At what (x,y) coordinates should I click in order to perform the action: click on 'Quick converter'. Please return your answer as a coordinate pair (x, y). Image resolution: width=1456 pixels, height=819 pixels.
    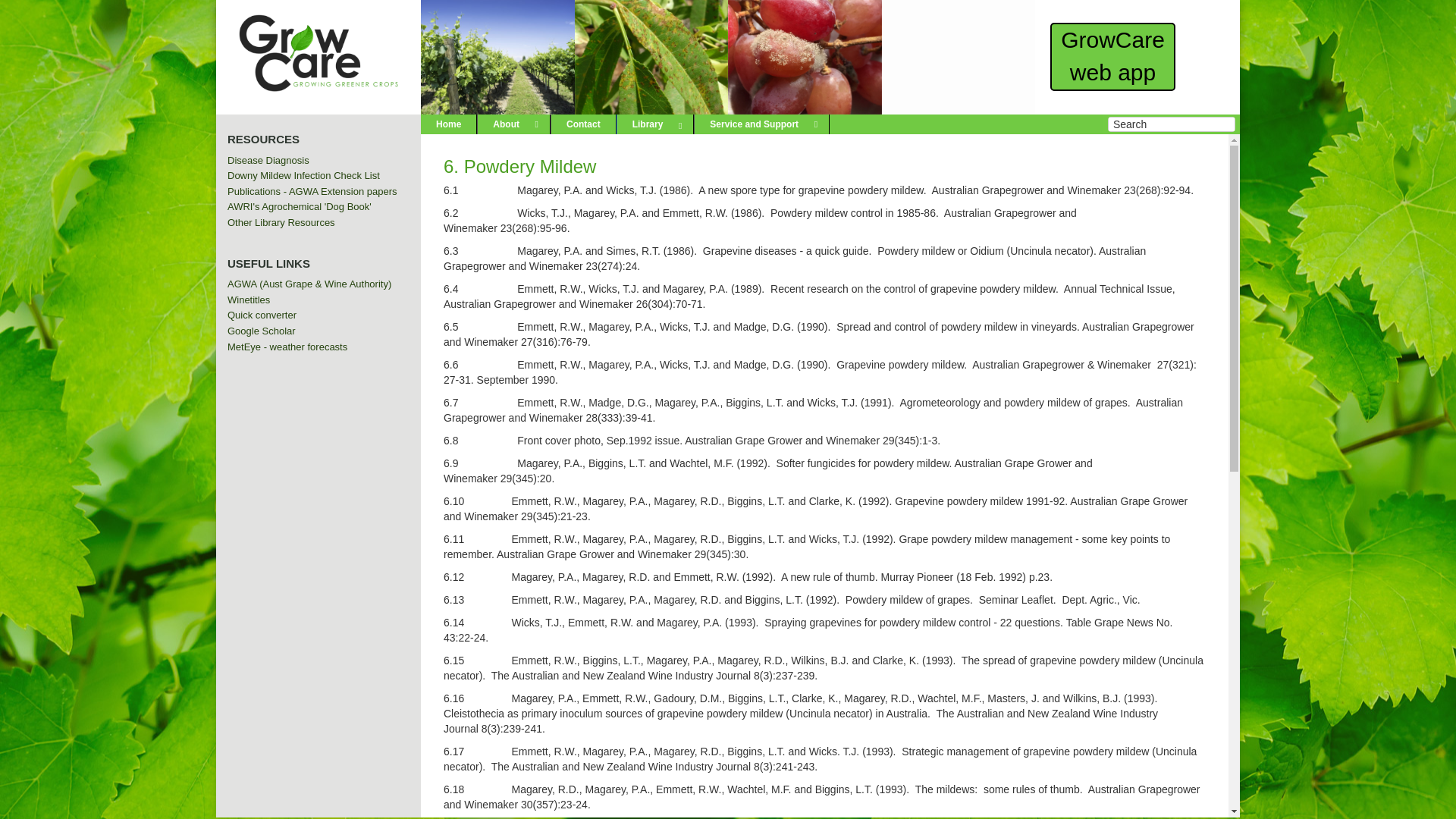
    Looking at the image, I should click on (262, 314).